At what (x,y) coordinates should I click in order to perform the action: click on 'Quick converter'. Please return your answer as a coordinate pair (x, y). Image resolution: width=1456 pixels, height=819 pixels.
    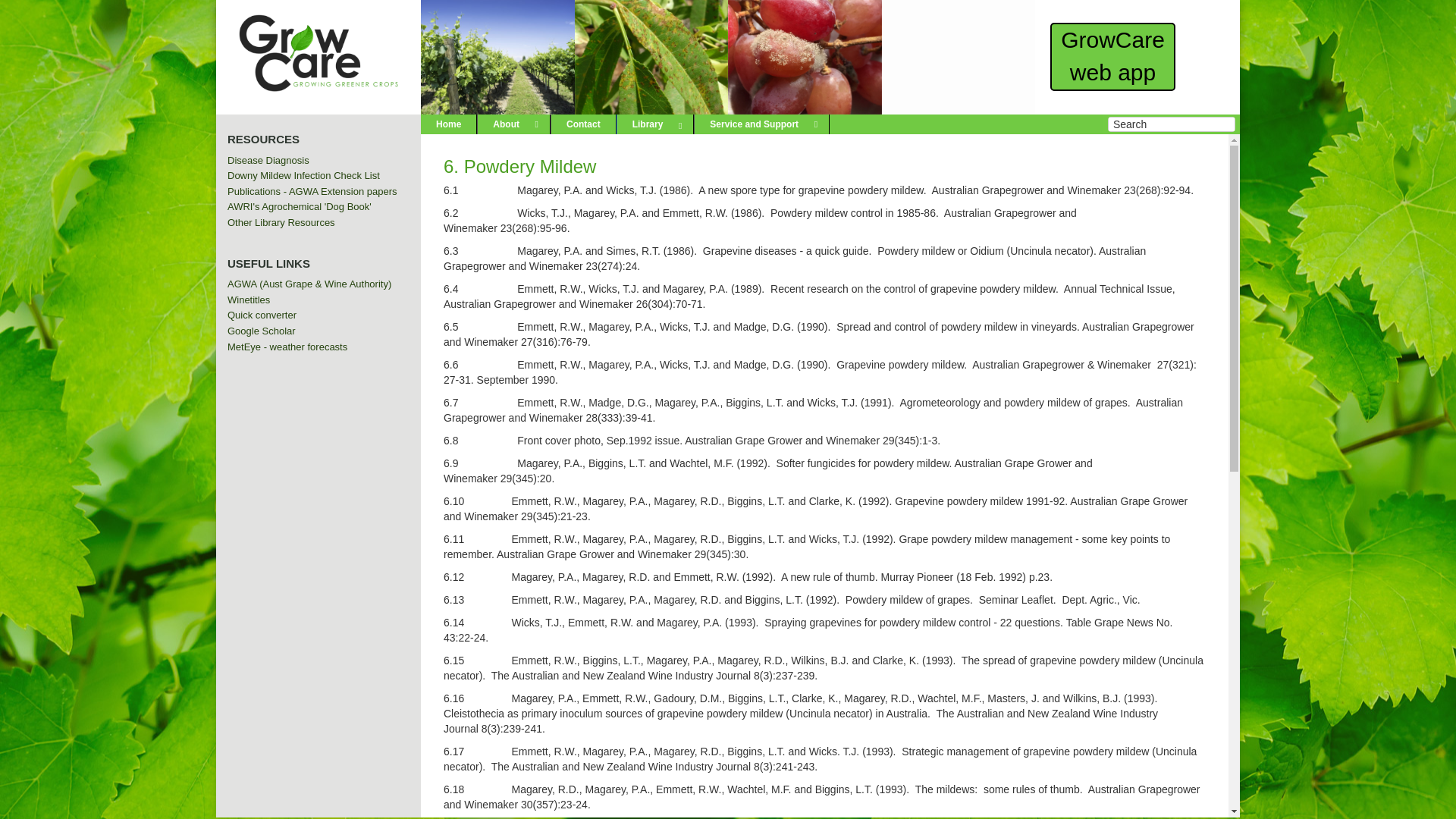
    Looking at the image, I should click on (262, 314).